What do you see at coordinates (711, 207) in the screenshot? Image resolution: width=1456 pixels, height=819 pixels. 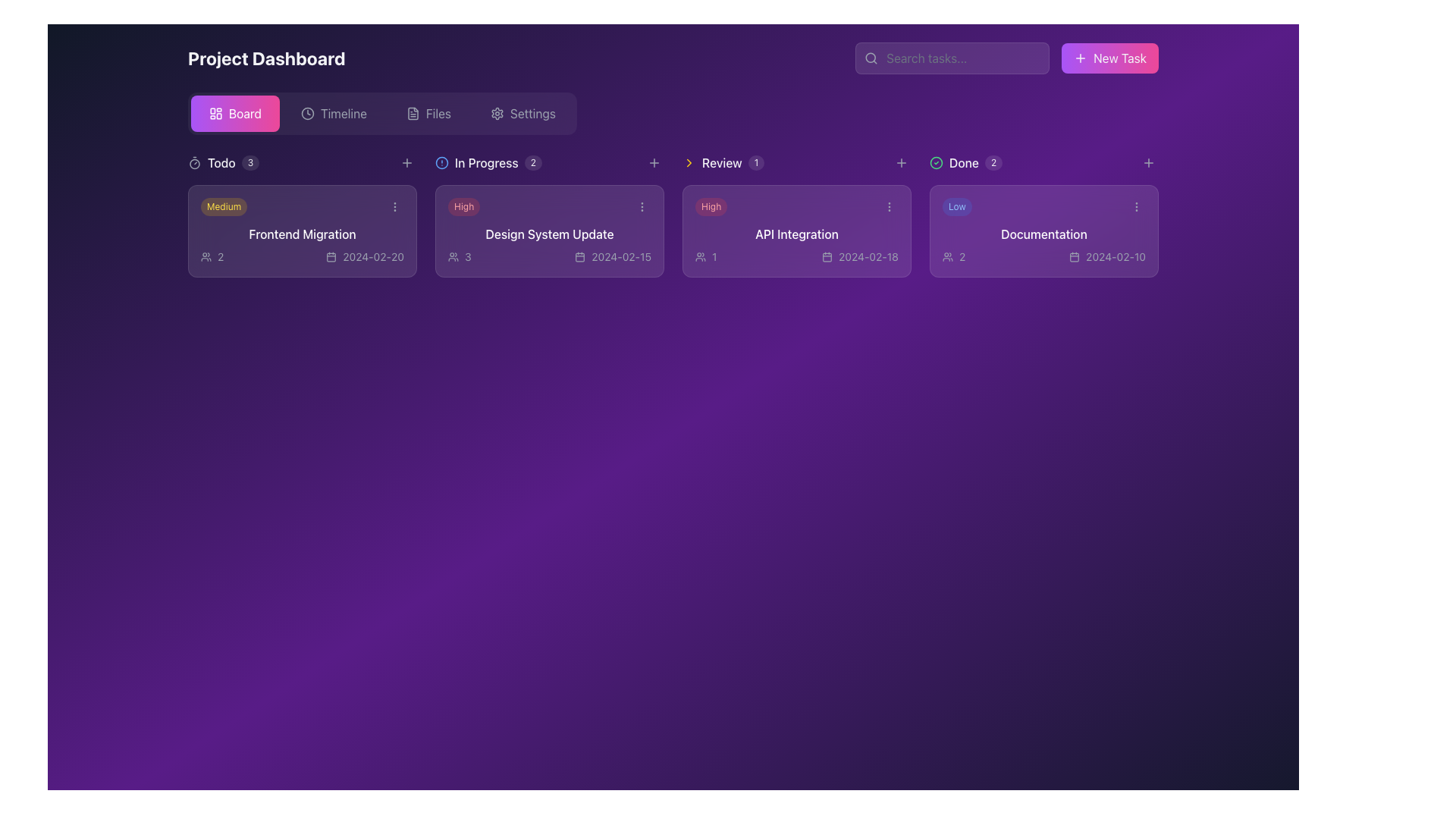 I see `priority label 'High' displayed as a tag with a red background in the top-left corner of the 'API Integration' card within the 'Review' column` at bounding box center [711, 207].